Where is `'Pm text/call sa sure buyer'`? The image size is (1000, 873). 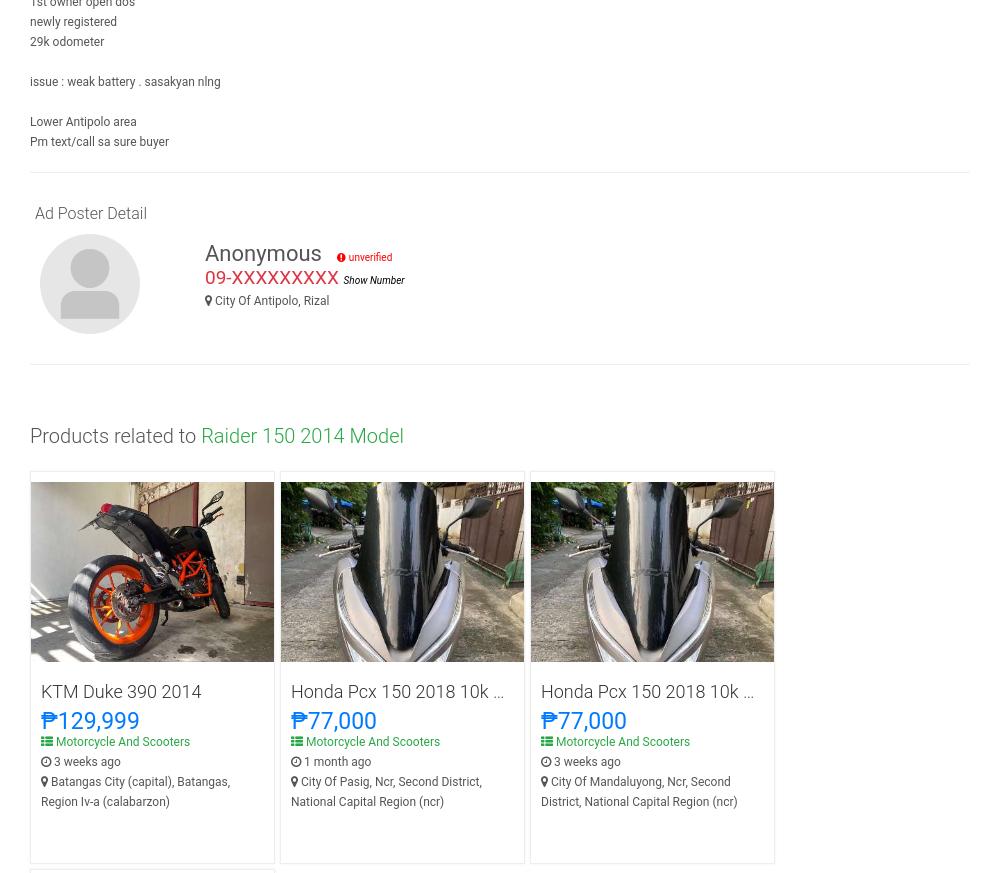
'Pm text/call sa sure buyer' is located at coordinates (98, 142).